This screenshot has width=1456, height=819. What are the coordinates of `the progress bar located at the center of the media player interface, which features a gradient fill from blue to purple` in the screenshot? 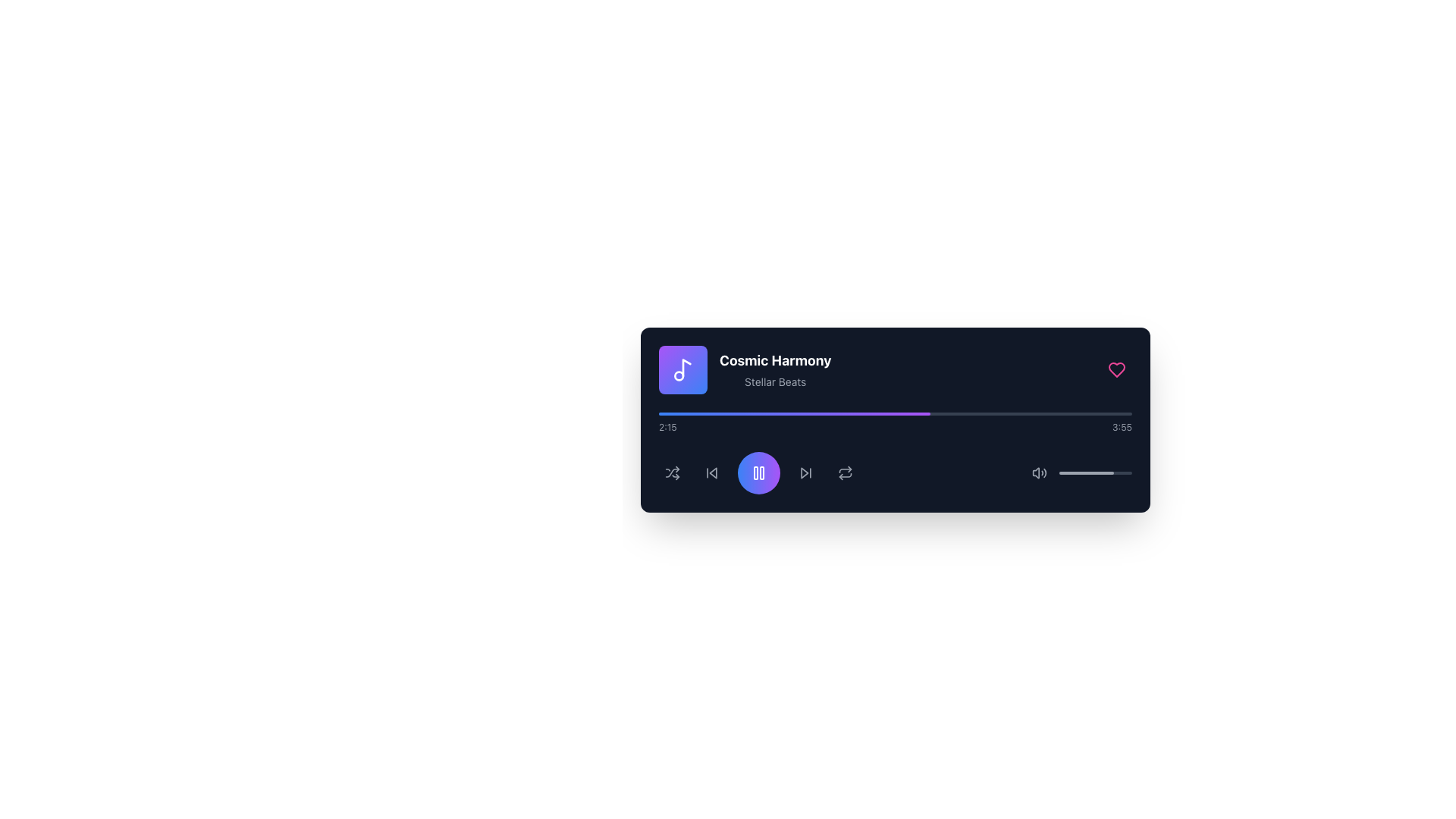 It's located at (895, 414).